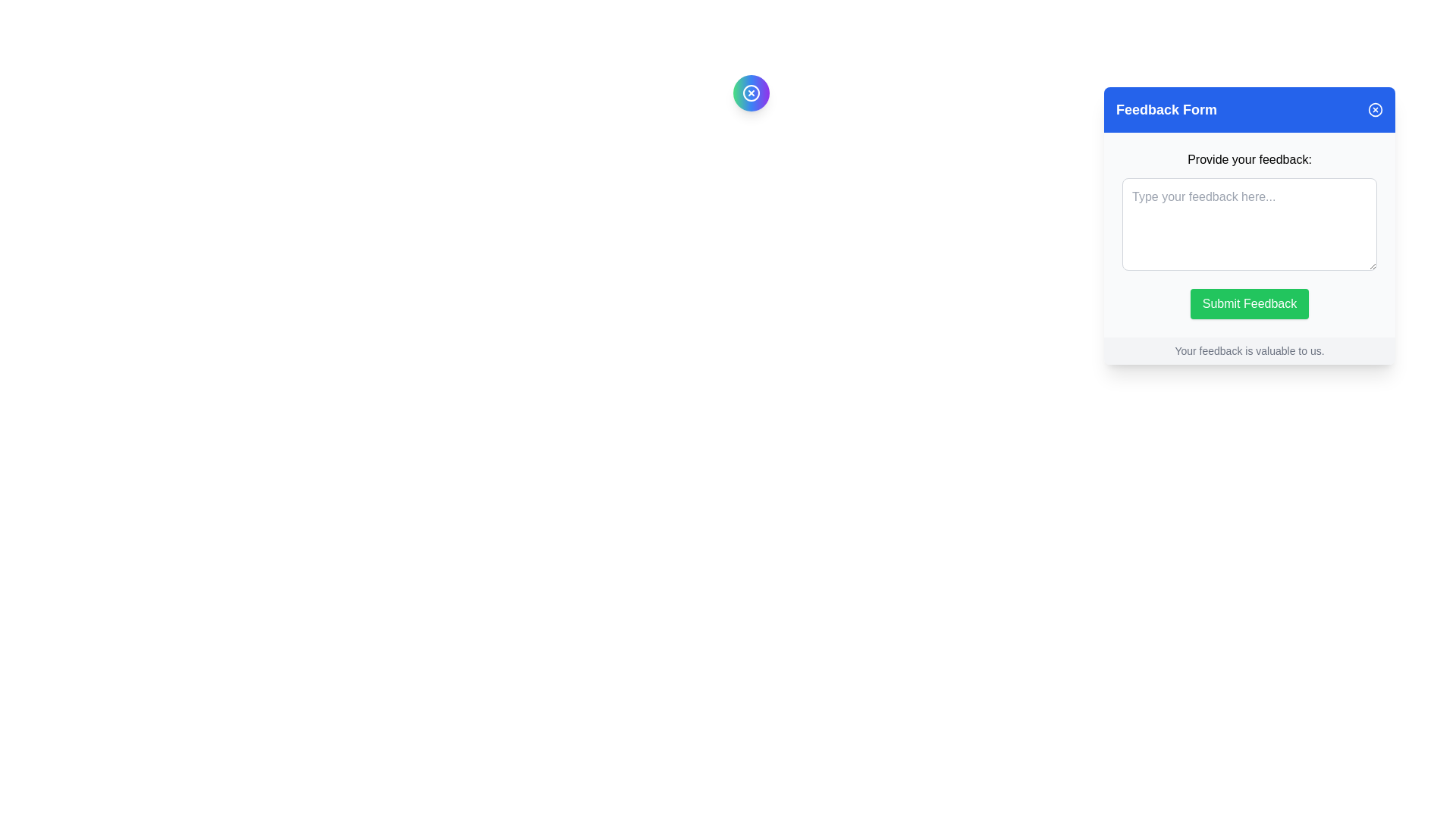 The width and height of the screenshot is (1456, 819). I want to click on the static text label that encourages users to provide feedback, located at the bottom of the 'Feedback Form' interface with a light gray background, so click(1249, 350).